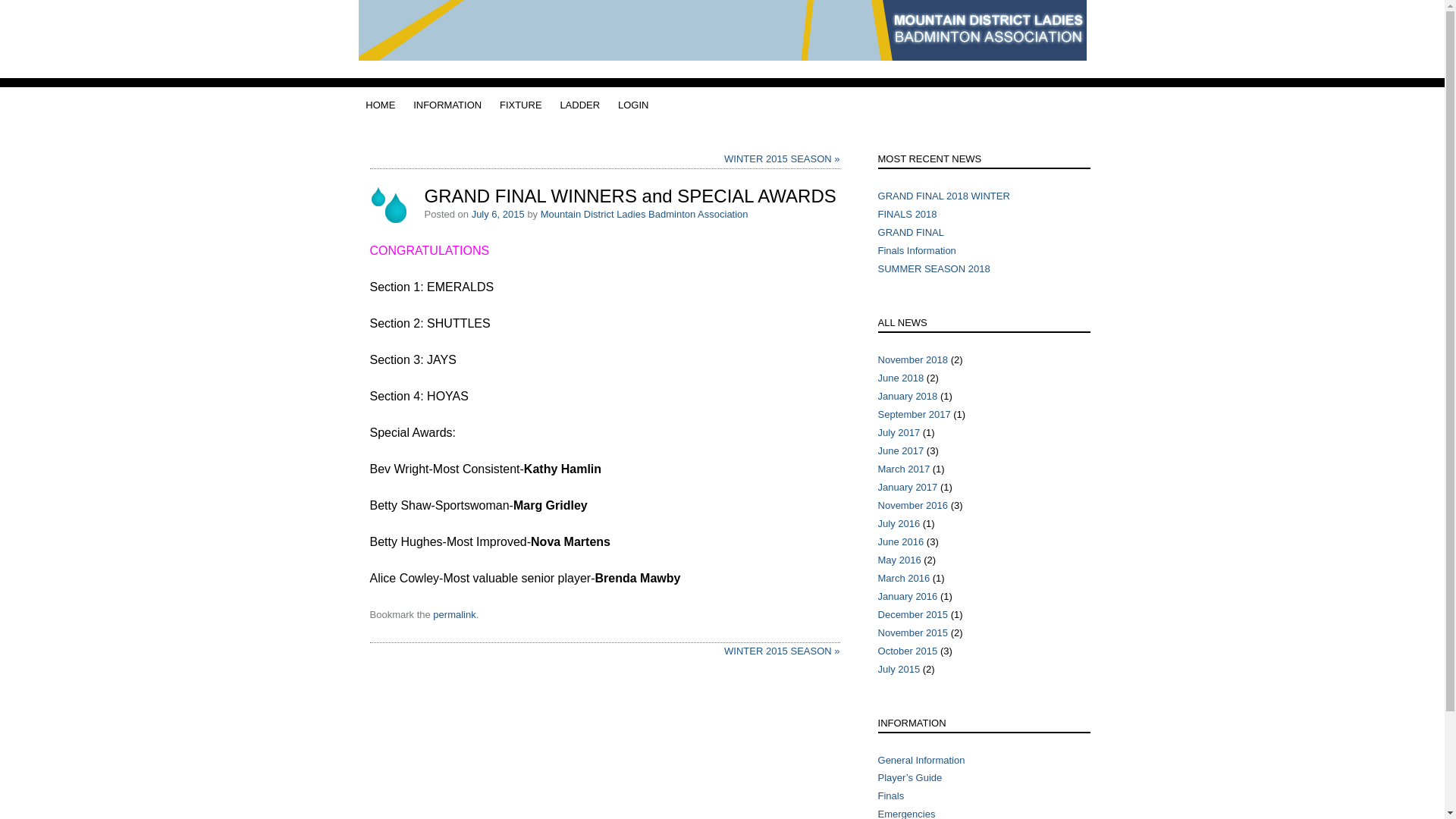 Image resolution: width=1456 pixels, height=819 pixels. I want to click on 'November 2016', so click(912, 505).